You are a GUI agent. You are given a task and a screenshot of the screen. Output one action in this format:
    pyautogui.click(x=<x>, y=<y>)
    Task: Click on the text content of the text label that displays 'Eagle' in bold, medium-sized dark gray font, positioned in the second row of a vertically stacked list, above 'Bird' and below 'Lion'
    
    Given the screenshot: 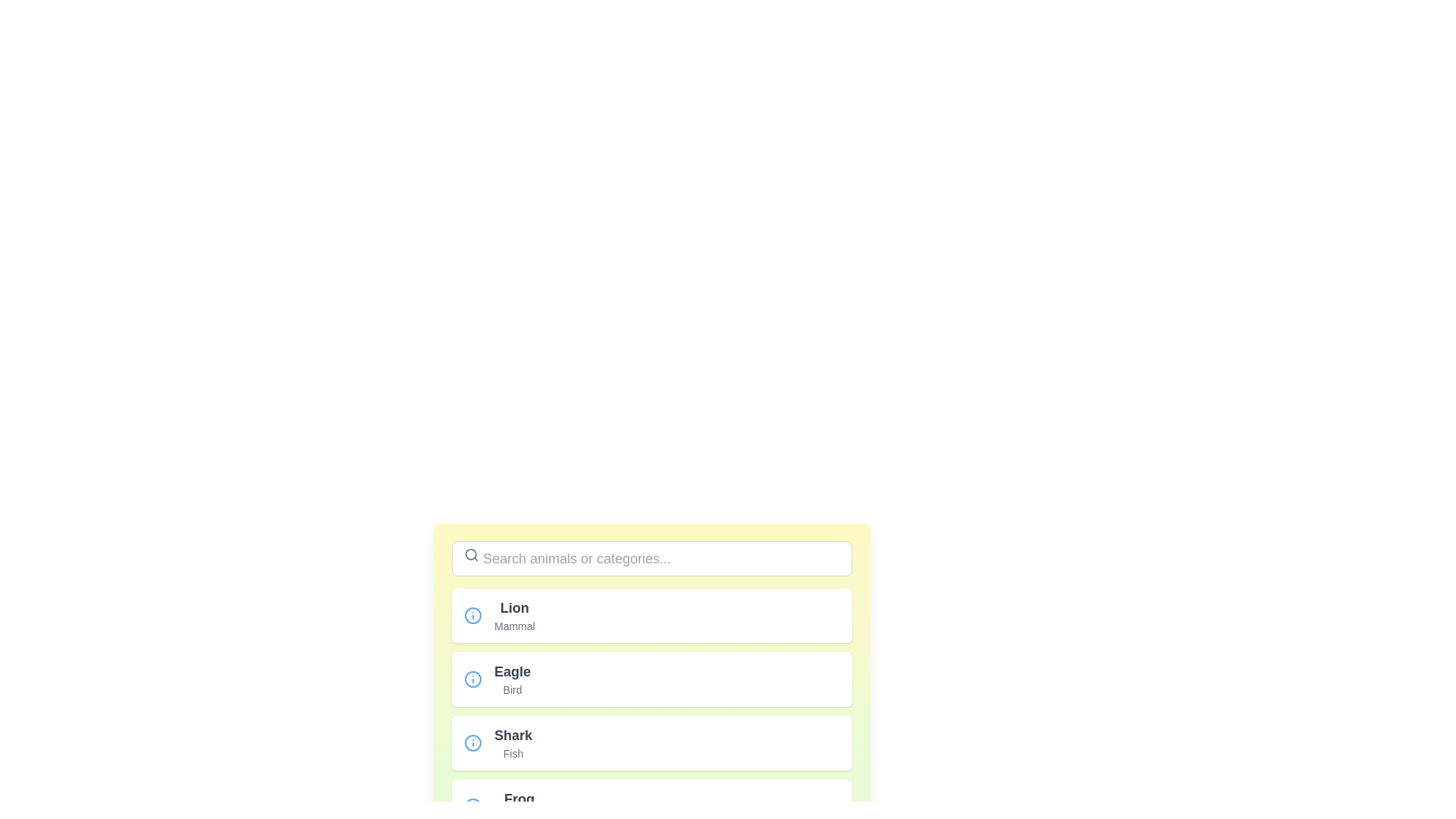 What is the action you would take?
    pyautogui.click(x=513, y=671)
    